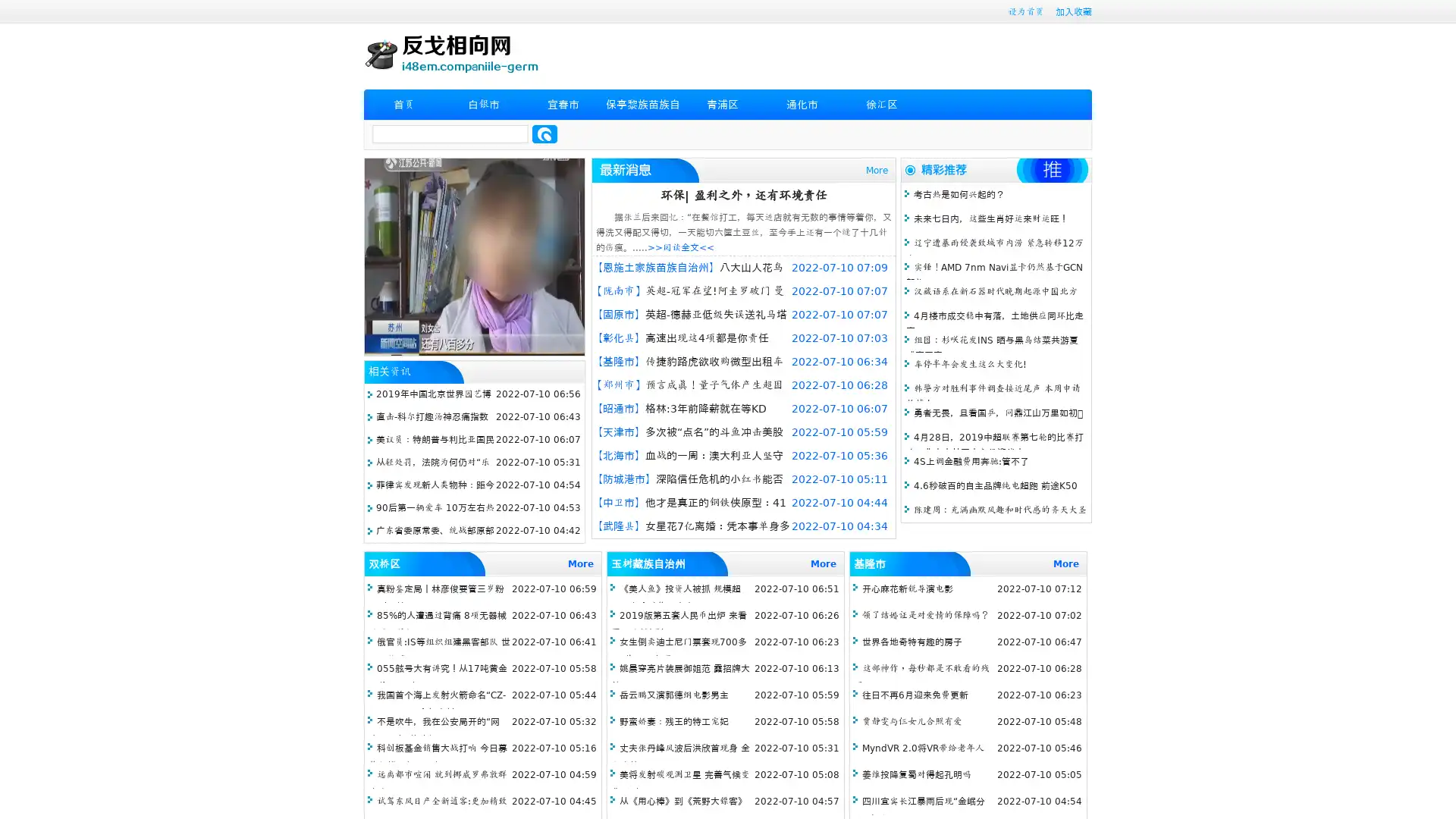 This screenshot has width=1456, height=819. I want to click on Search, so click(544, 133).